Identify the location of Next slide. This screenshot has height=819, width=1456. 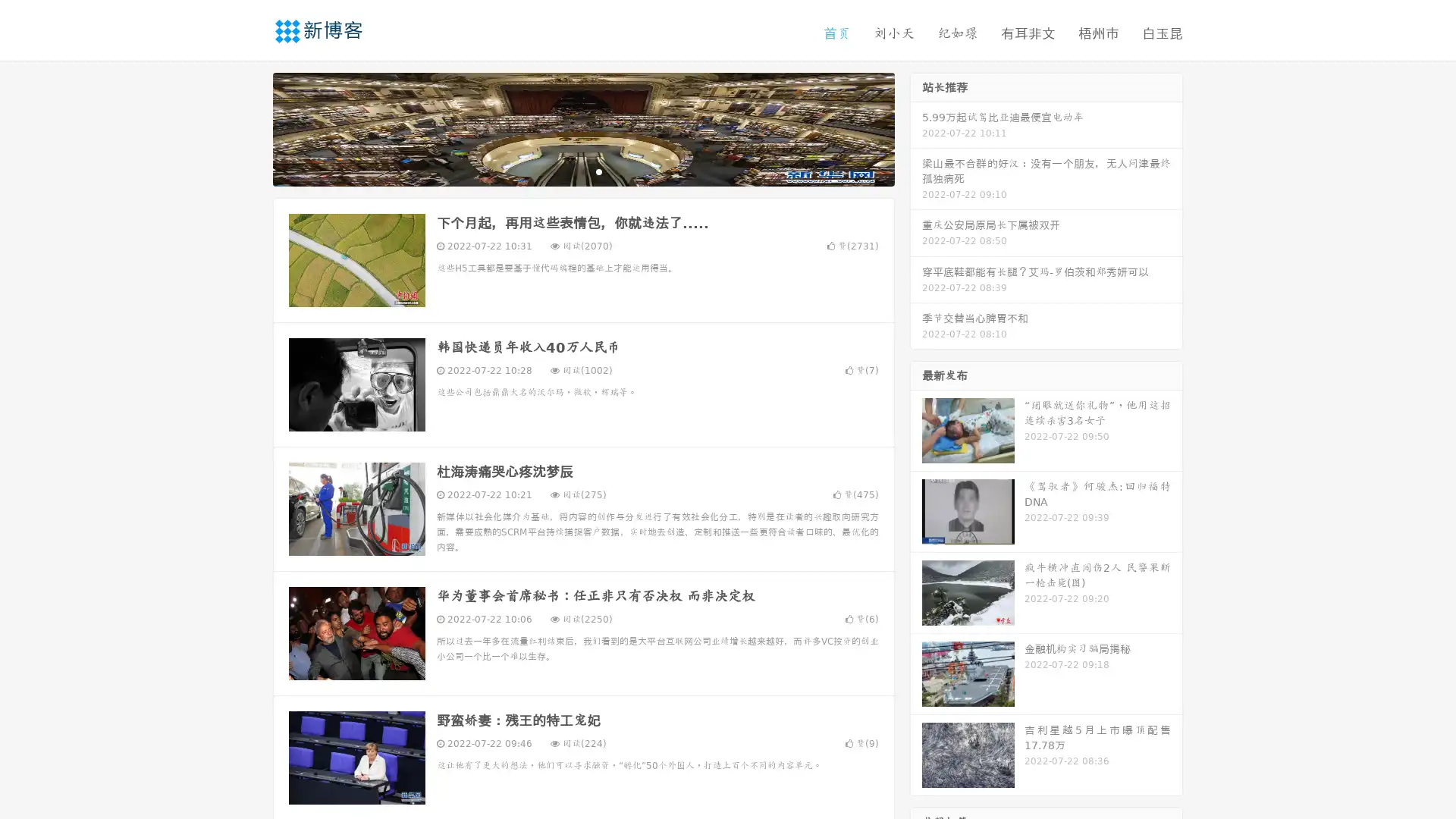
(916, 127).